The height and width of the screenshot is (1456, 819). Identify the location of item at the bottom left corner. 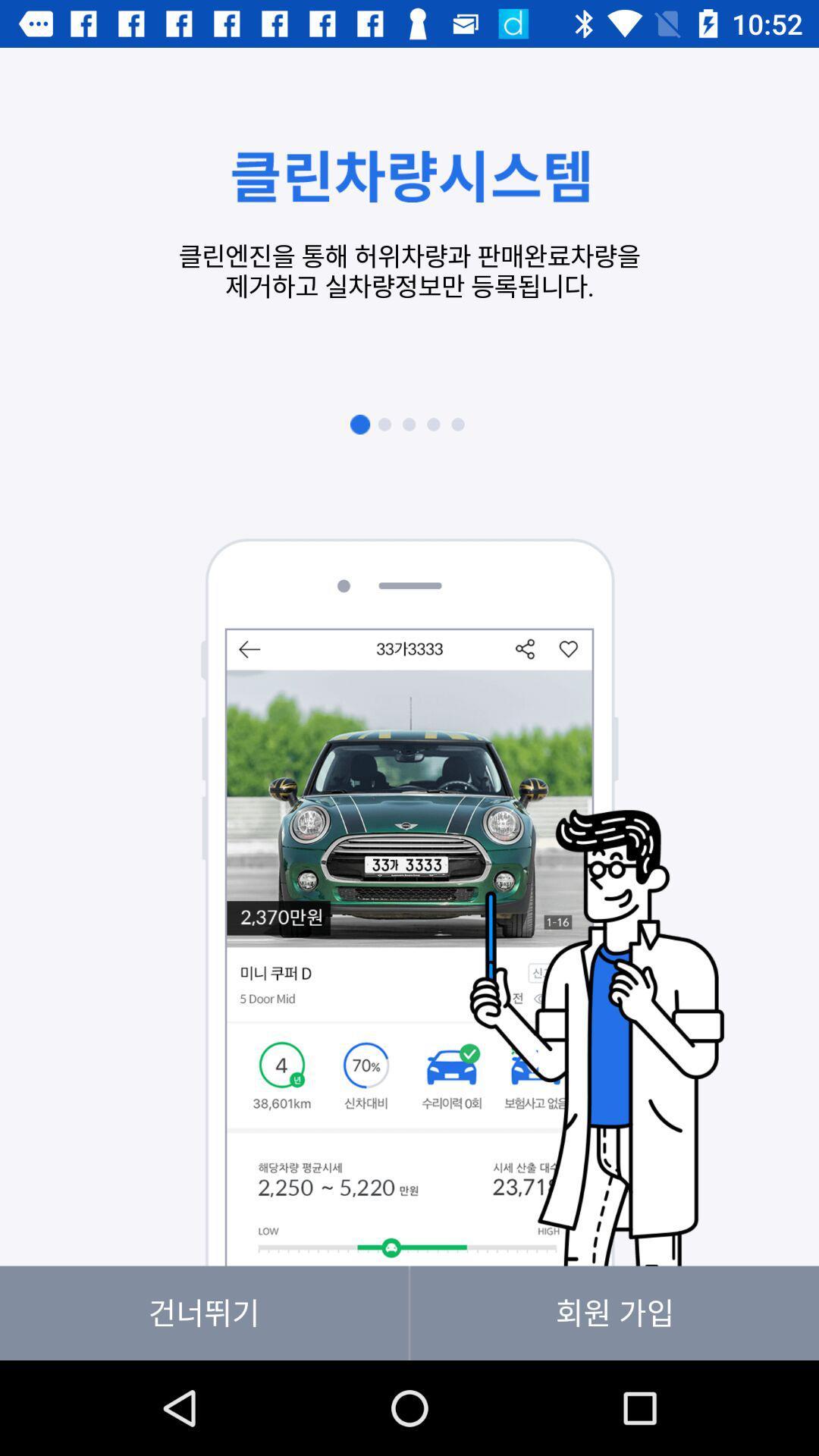
(203, 1312).